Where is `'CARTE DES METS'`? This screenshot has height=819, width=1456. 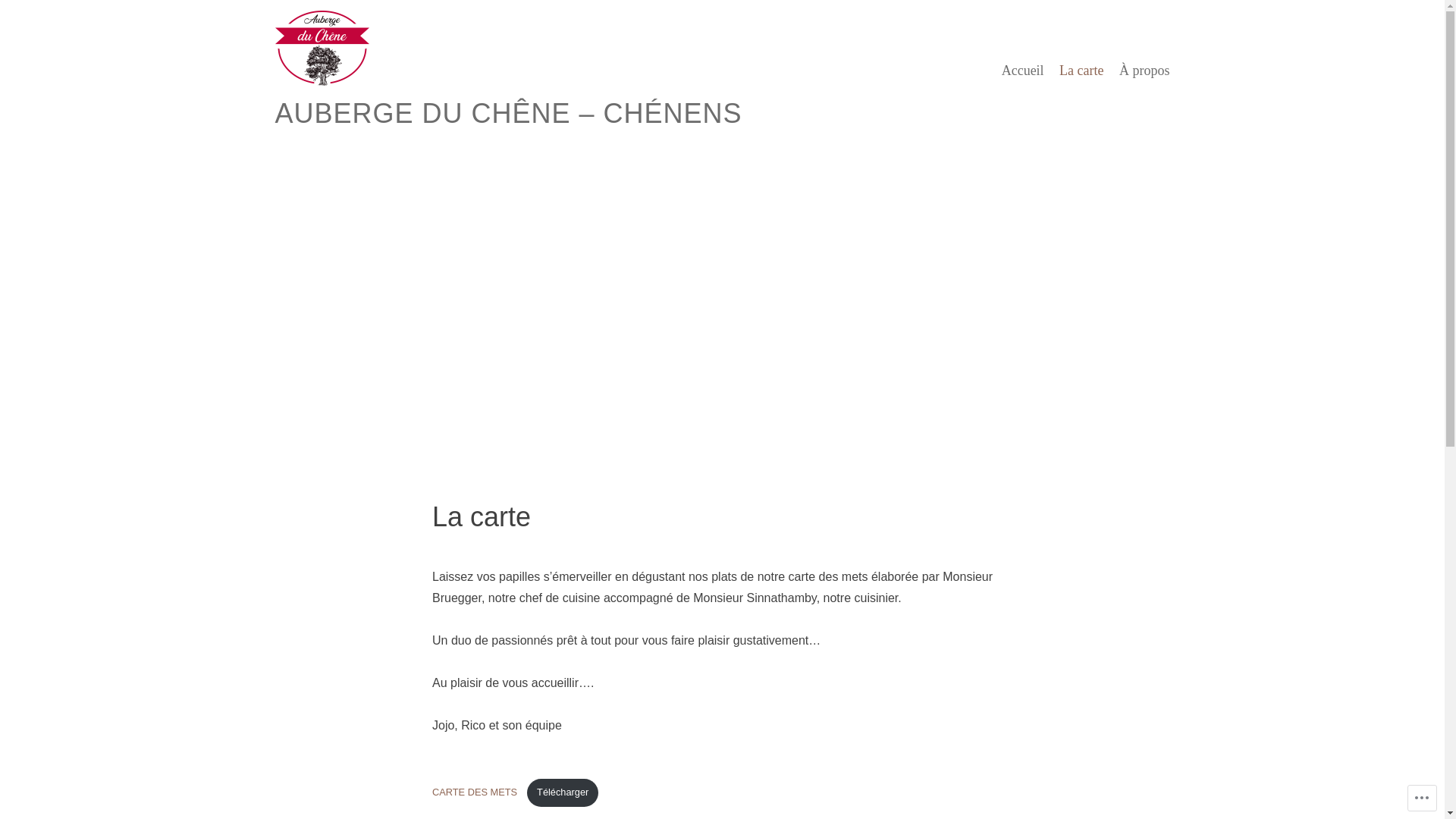 'CARTE DES METS' is located at coordinates (431, 792).